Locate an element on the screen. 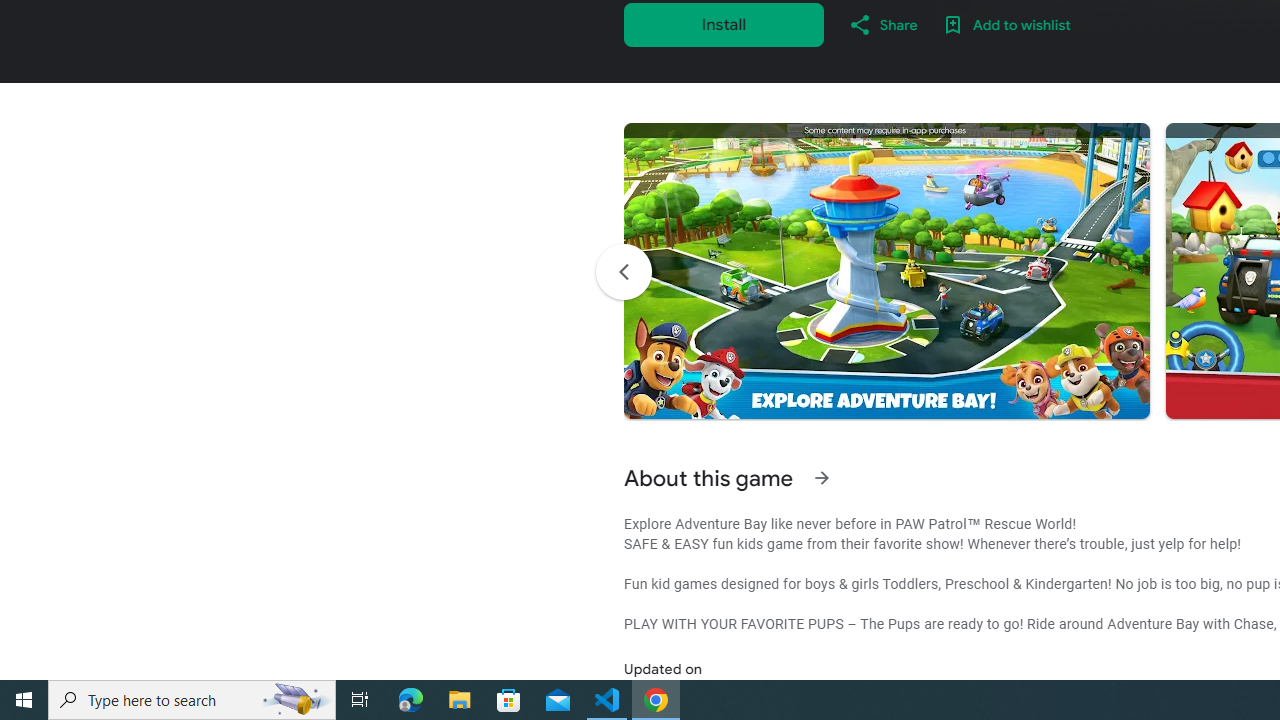 The height and width of the screenshot is (720, 1280). 'Screenshot image' is located at coordinates (885, 271).